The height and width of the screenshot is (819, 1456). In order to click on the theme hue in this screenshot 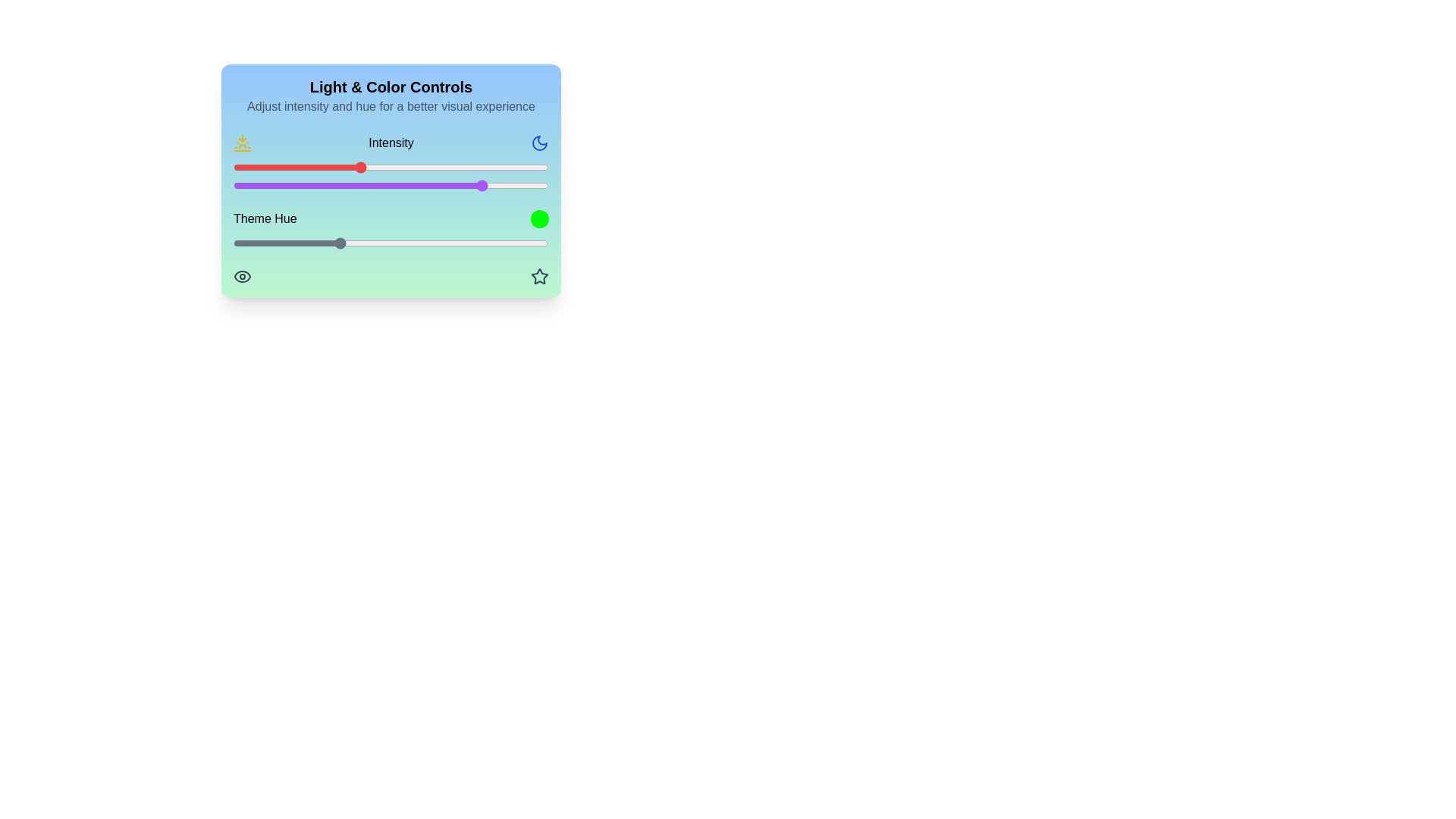, I will do `click(300, 242)`.